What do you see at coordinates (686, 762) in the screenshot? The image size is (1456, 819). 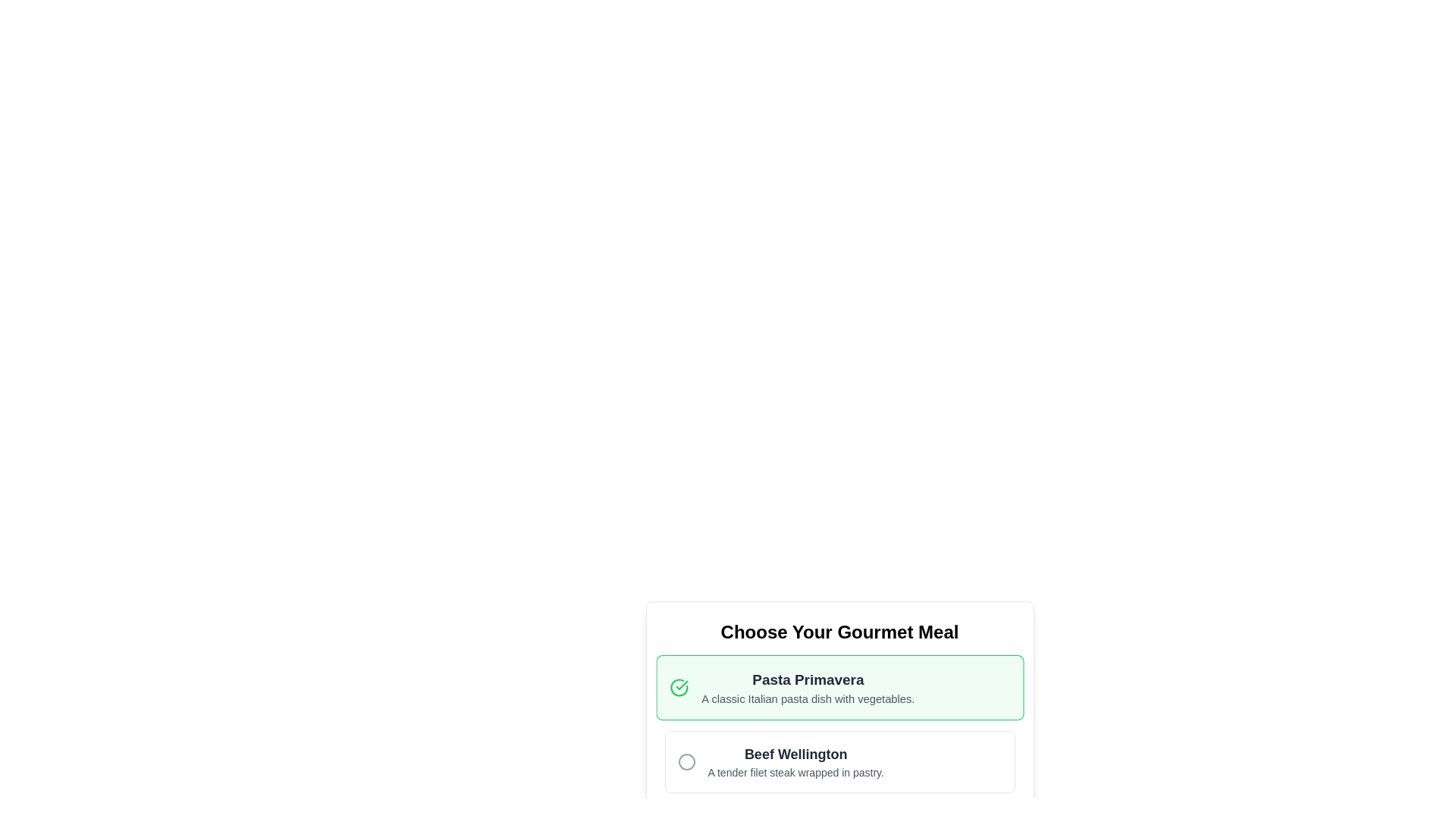 I see `the Circle SVG element located near the 'Beef Wellington' label in the gourmet meal selection section` at bounding box center [686, 762].